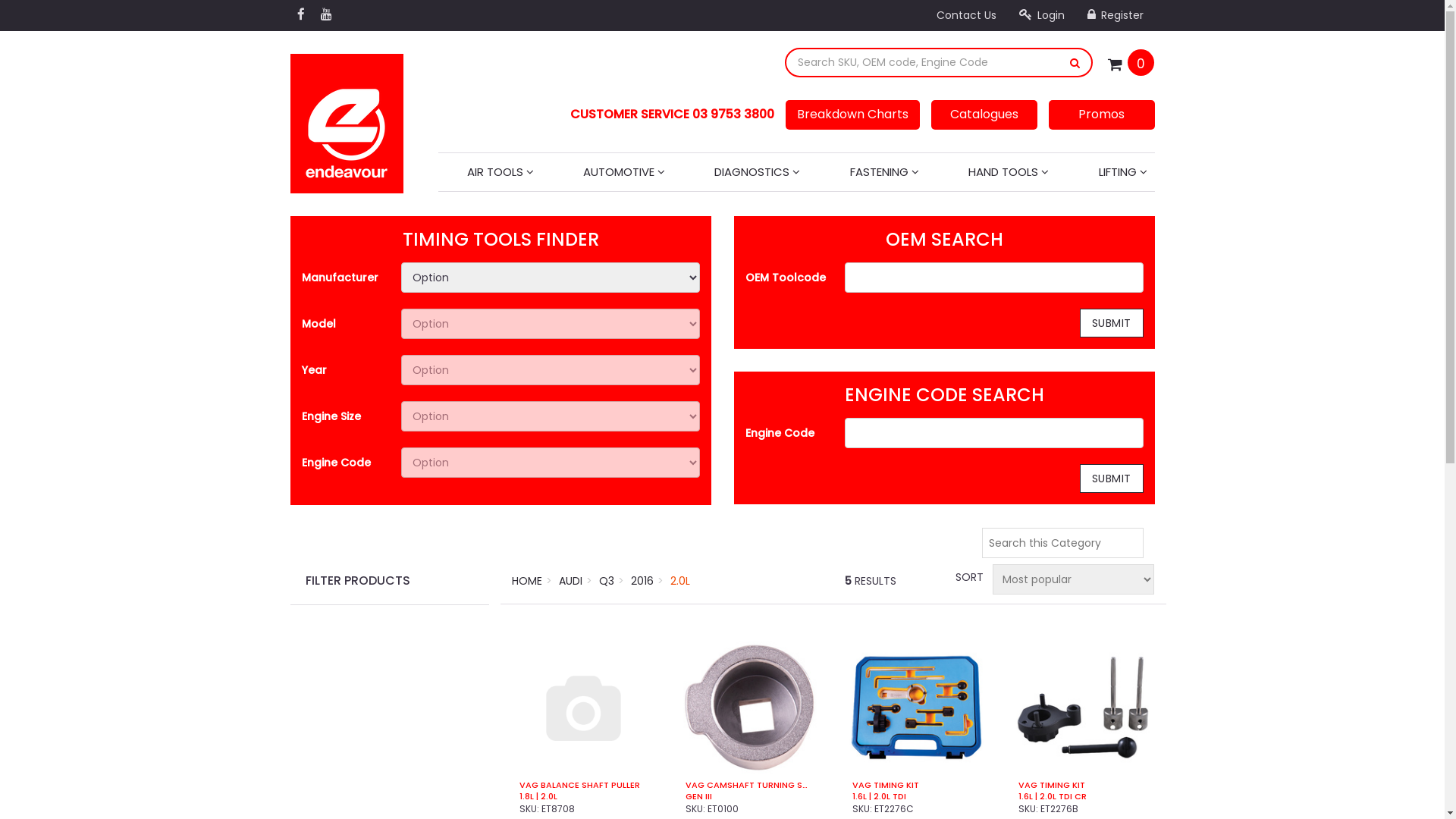 This screenshot has height=819, width=1456. I want to click on 'FASTENING', so click(884, 171).